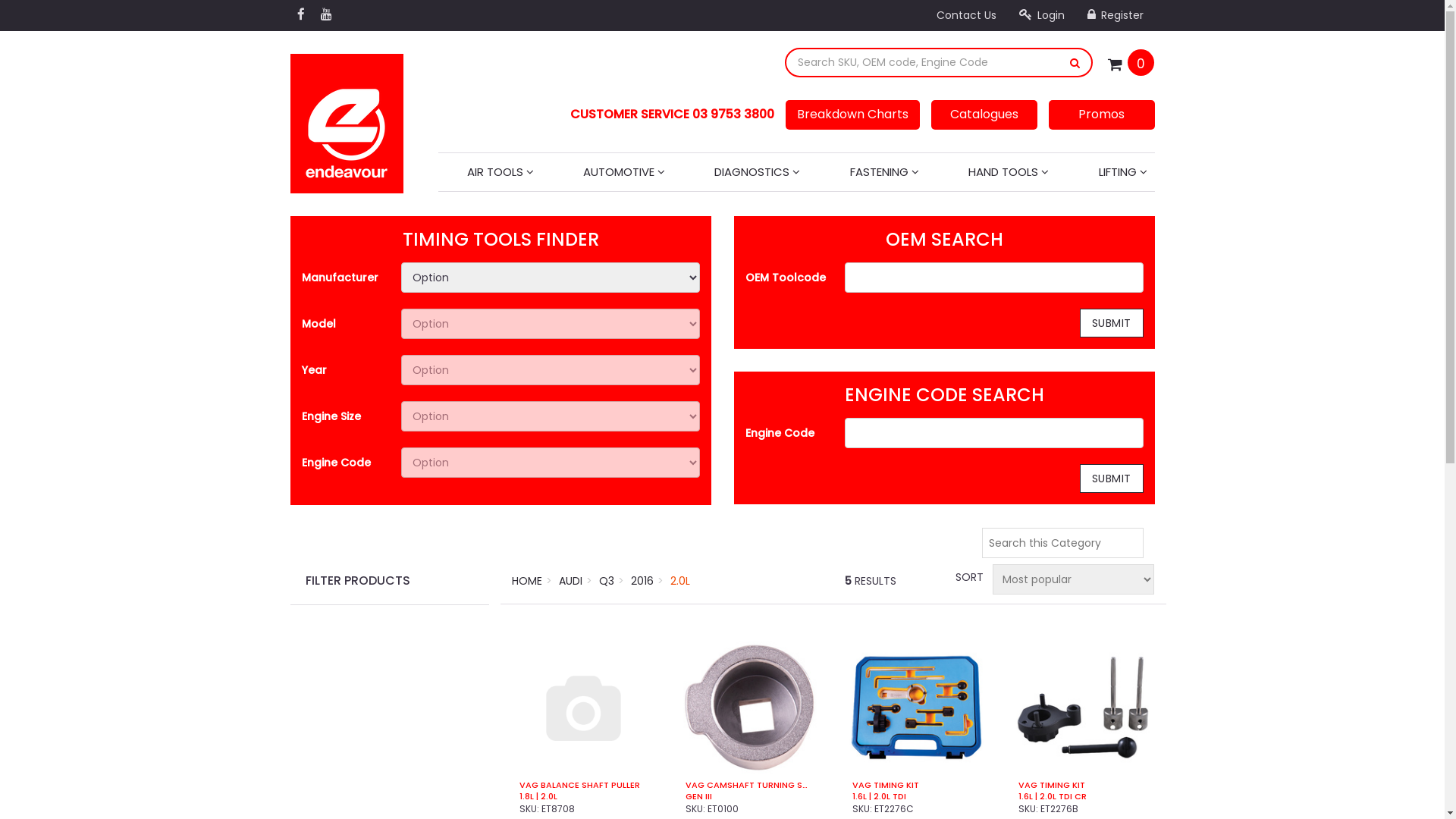 This screenshot has height=819, width=1456. I want to click on 'FASTENING', so click(884, 171).